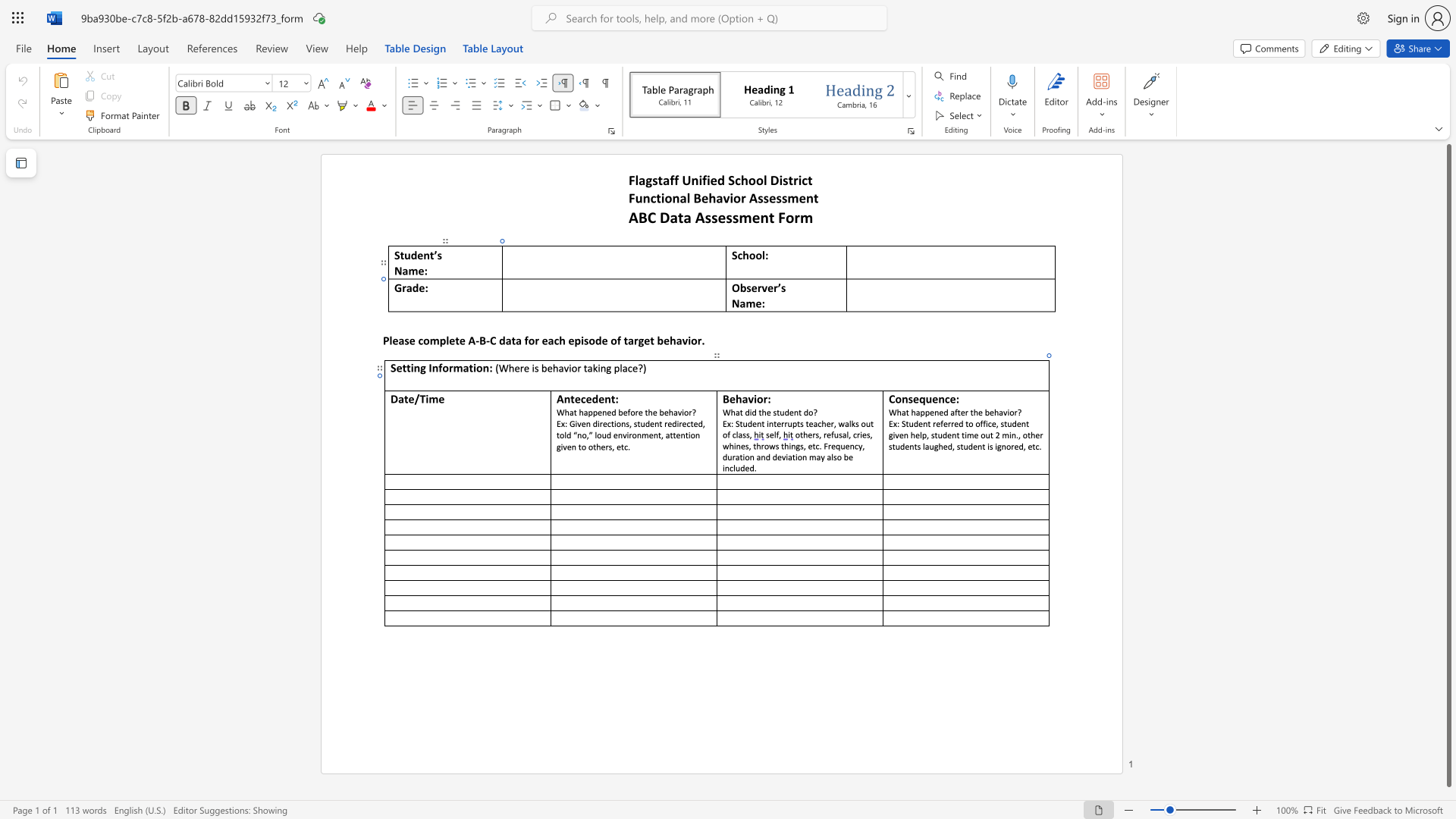  What do you see at coordinates (695, 423) in the screenshot?
I see `the 6th character "e" in the text` at bounding box center [695, 423].